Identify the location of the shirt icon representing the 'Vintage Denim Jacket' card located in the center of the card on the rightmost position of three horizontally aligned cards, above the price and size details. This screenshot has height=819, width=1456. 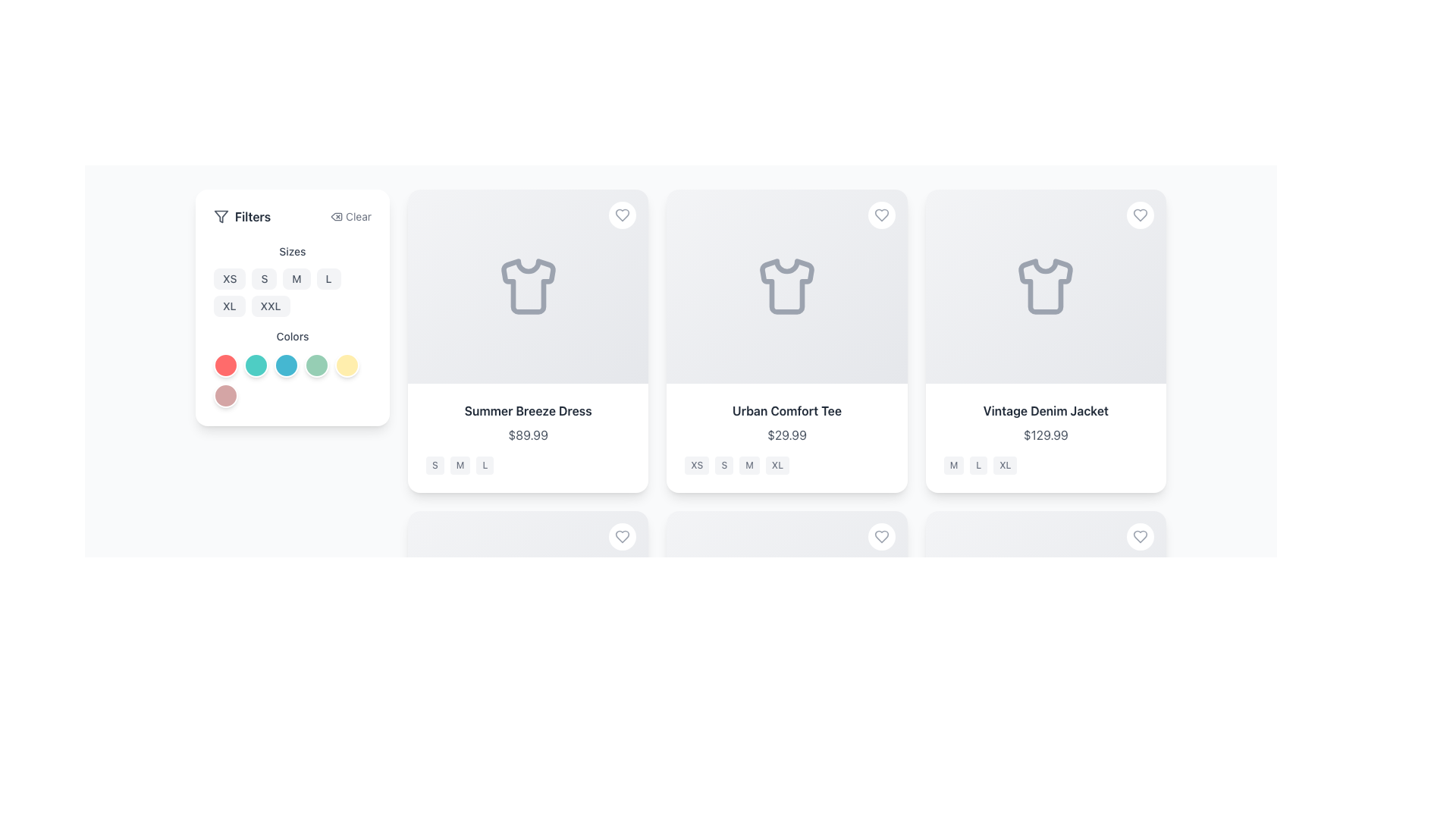
(1045, 287).